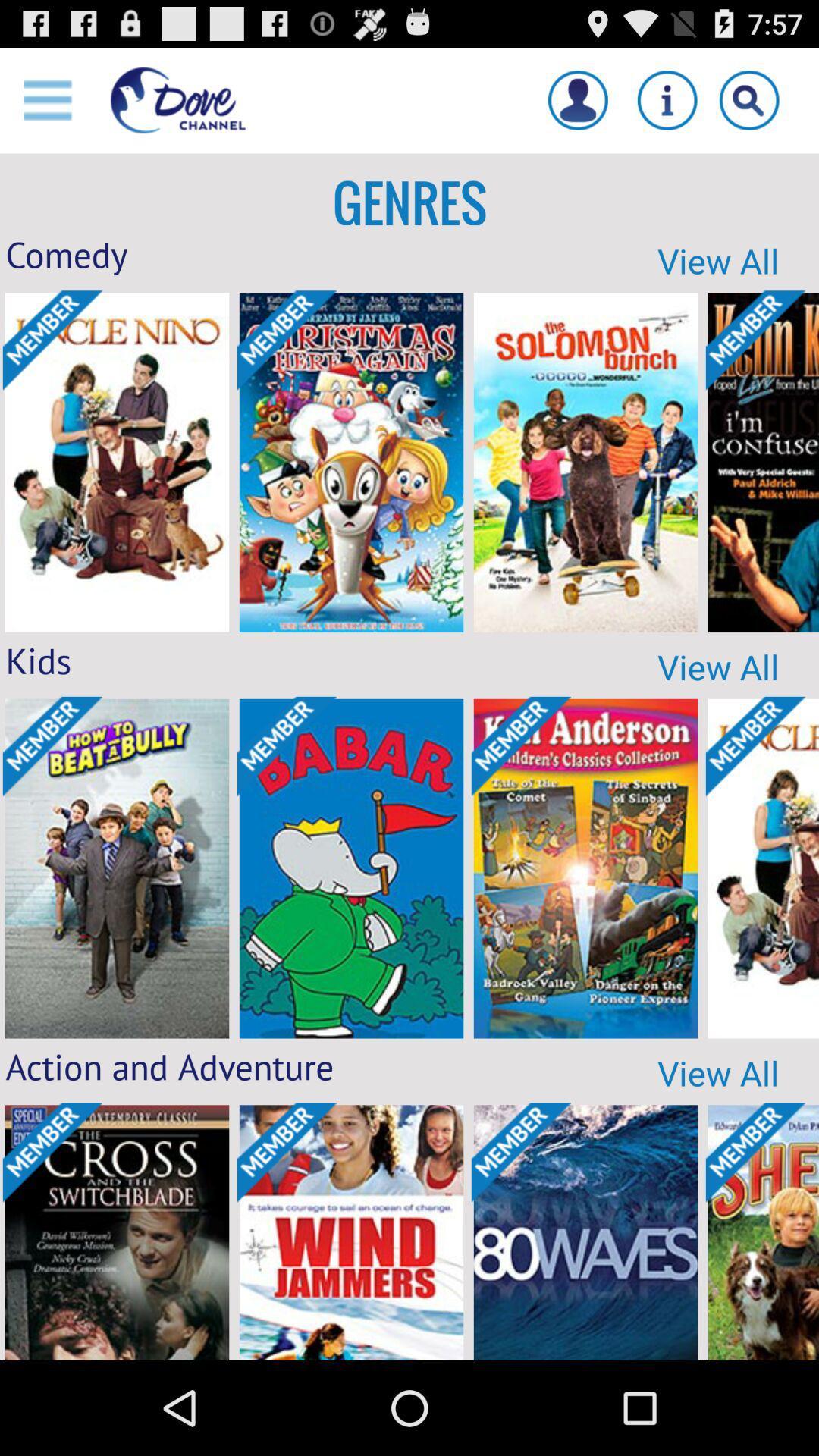 Image resolution: width=819 pixels, height=1456 pixels. What do you see at coordinates (748, 106) in the screenshot?
I see `the search icon` at bounding box center [748, 106].